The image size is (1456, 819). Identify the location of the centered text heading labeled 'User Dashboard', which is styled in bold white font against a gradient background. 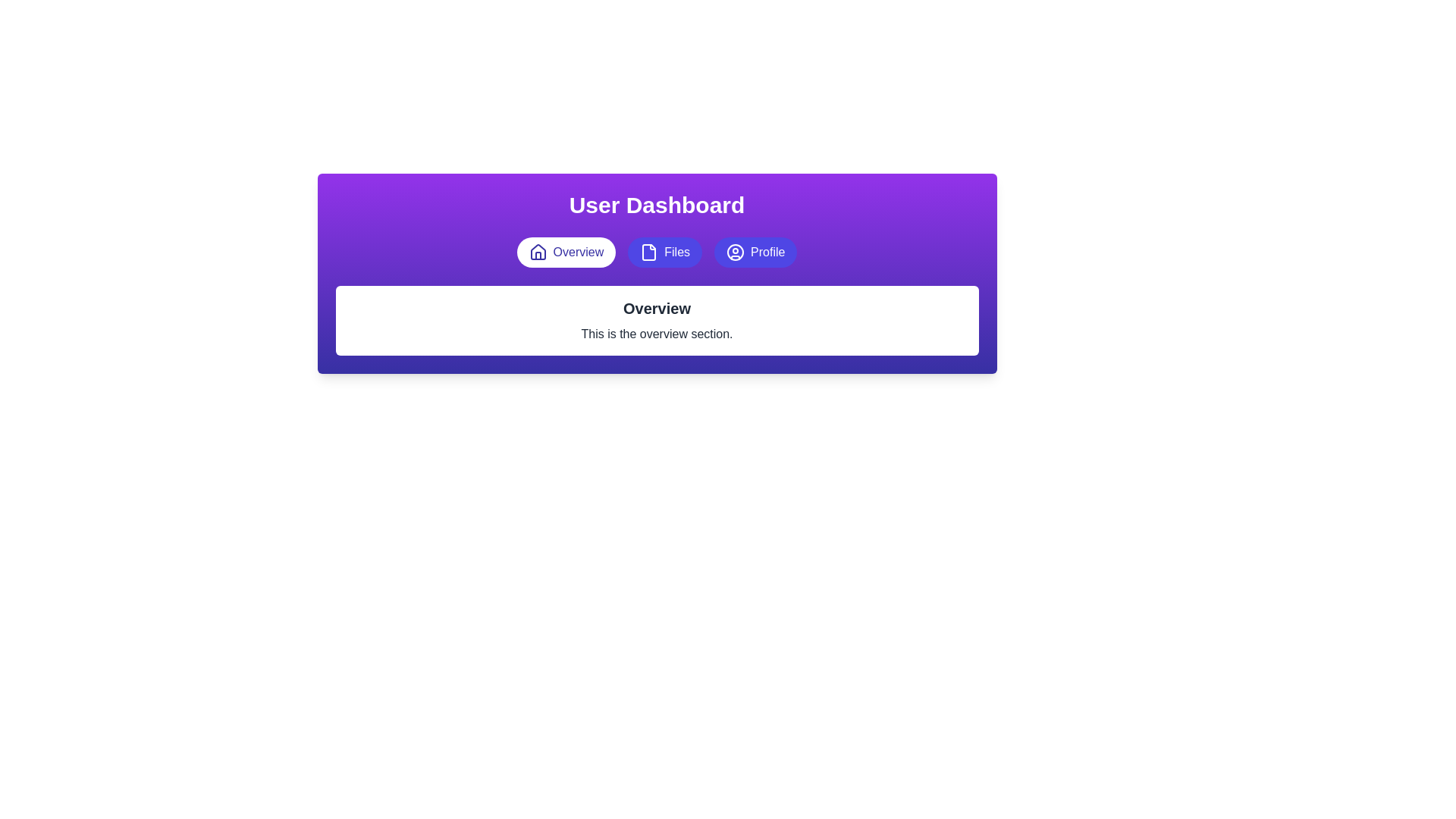
(657, 205).